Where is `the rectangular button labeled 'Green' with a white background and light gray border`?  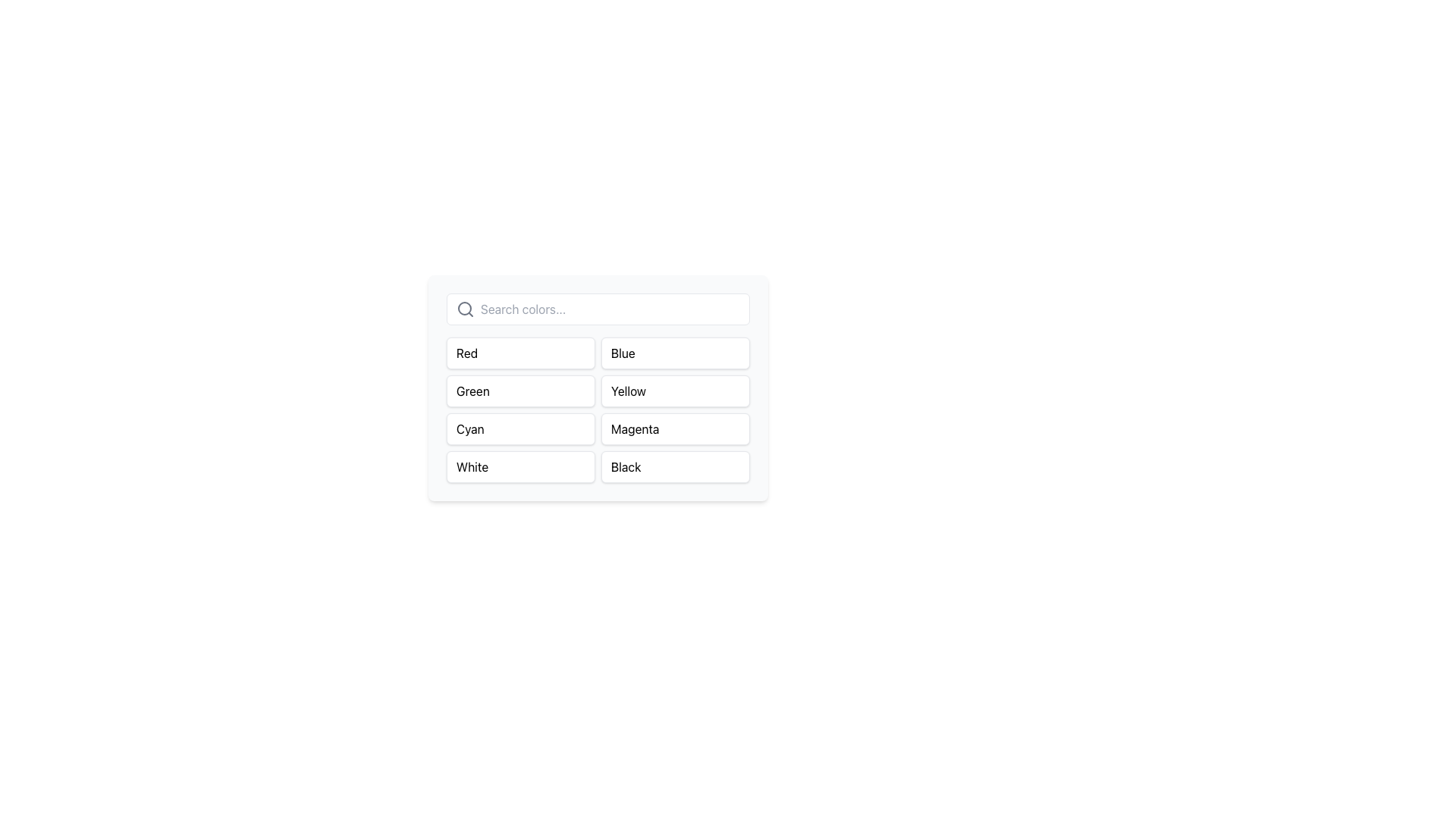
the rectangular button labeled 'Green' with a white background and light gray border is located at coordinates (520, 391).